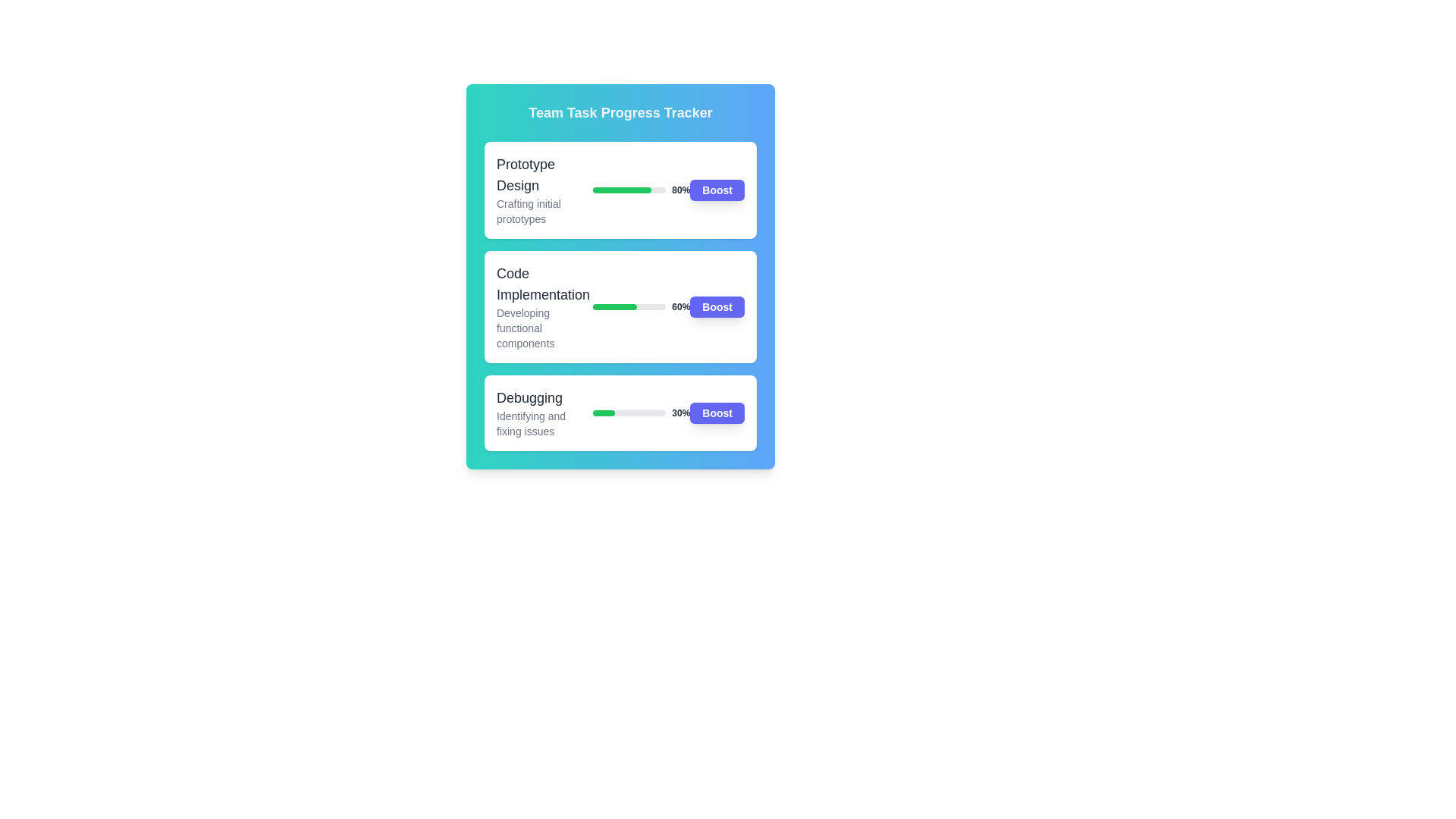 This screenshot has width=1456, height=819. Describe the element at coordinates (620, 112) in the screenshot. I see `the title Text Label of the tracker interface, which is positioned at the top of a centered card with a gradient background` at that location.